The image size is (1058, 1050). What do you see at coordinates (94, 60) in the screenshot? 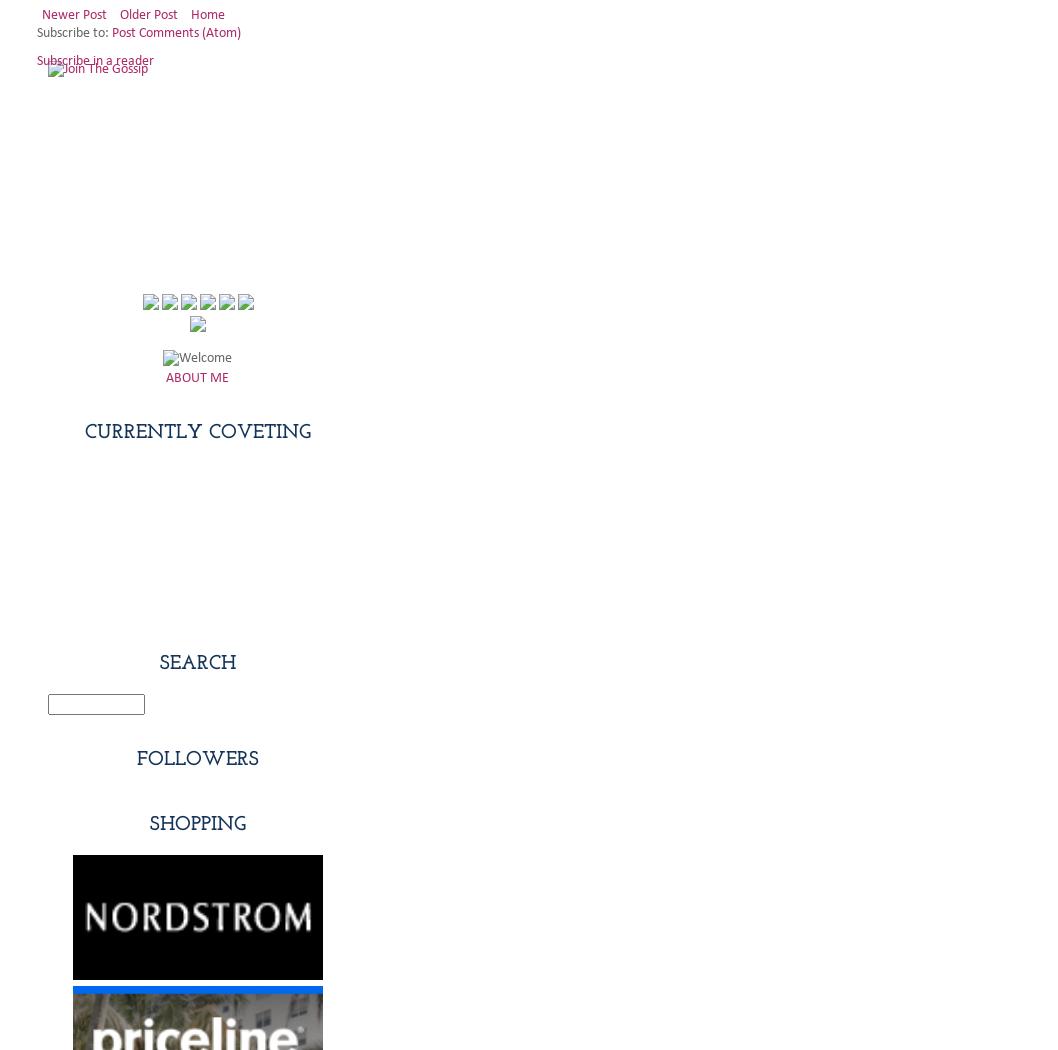
I see `'Subscribe in a reader'` at bounding box center [94, 60].